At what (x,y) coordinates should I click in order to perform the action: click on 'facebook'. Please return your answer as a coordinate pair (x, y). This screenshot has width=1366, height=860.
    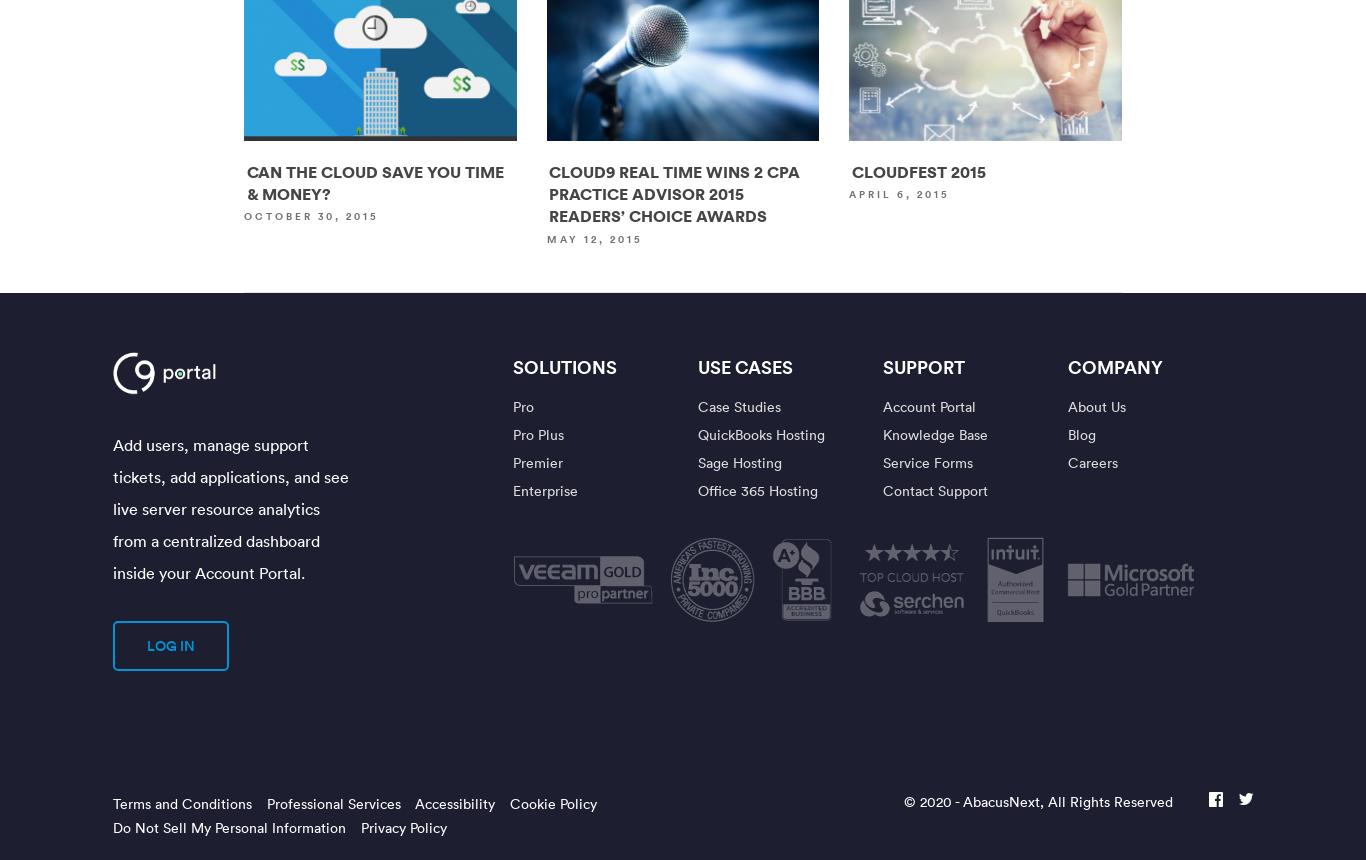
    Looking at the image, I should click on (1216, 801).